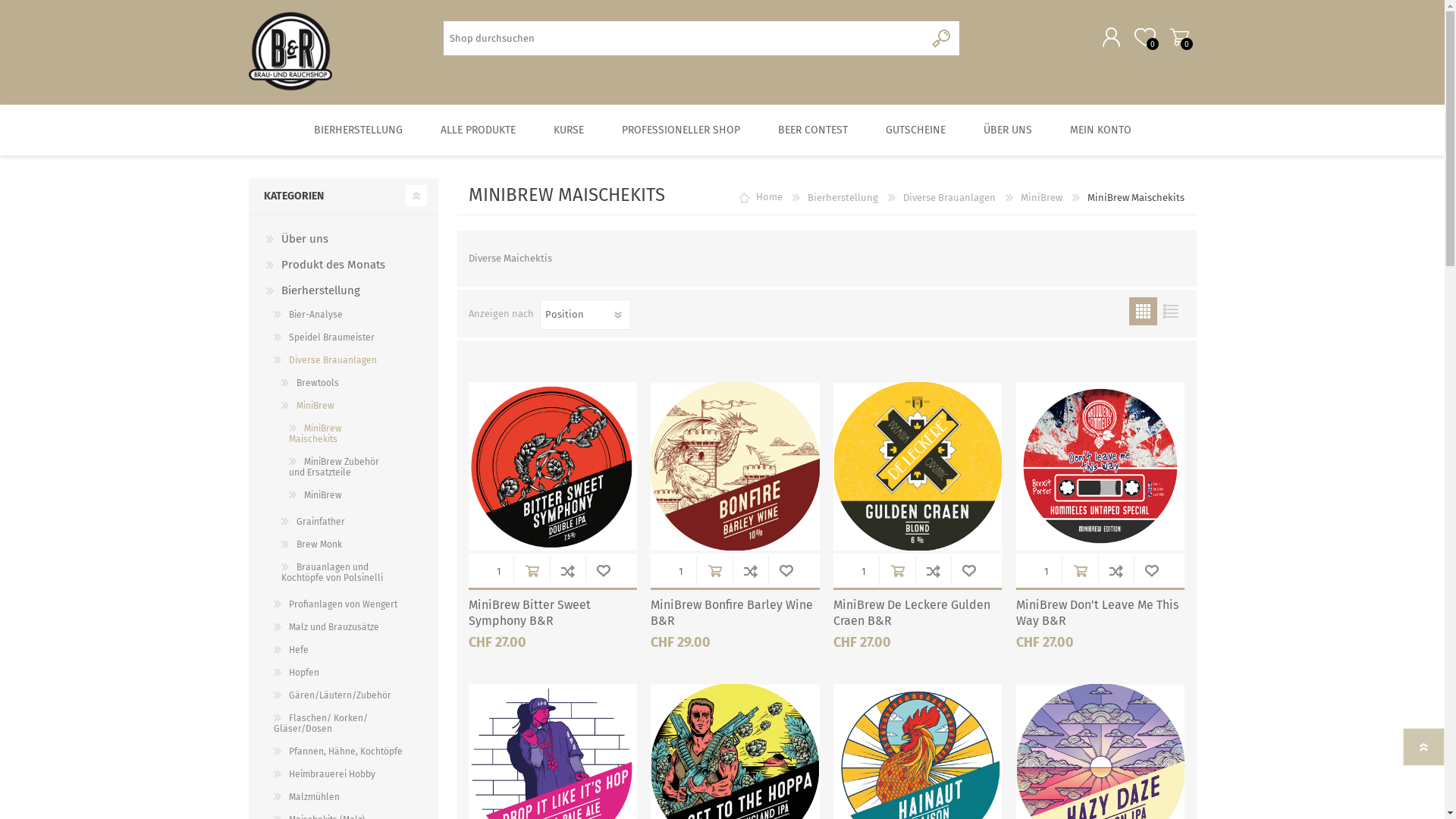 Image resolution: width=1456 pixels, height=819 pixels. What do you see at coordinates (968, 570) in the screenshot?
I see `'WUNSCHLISTE'` at bounding box center [968, 570].